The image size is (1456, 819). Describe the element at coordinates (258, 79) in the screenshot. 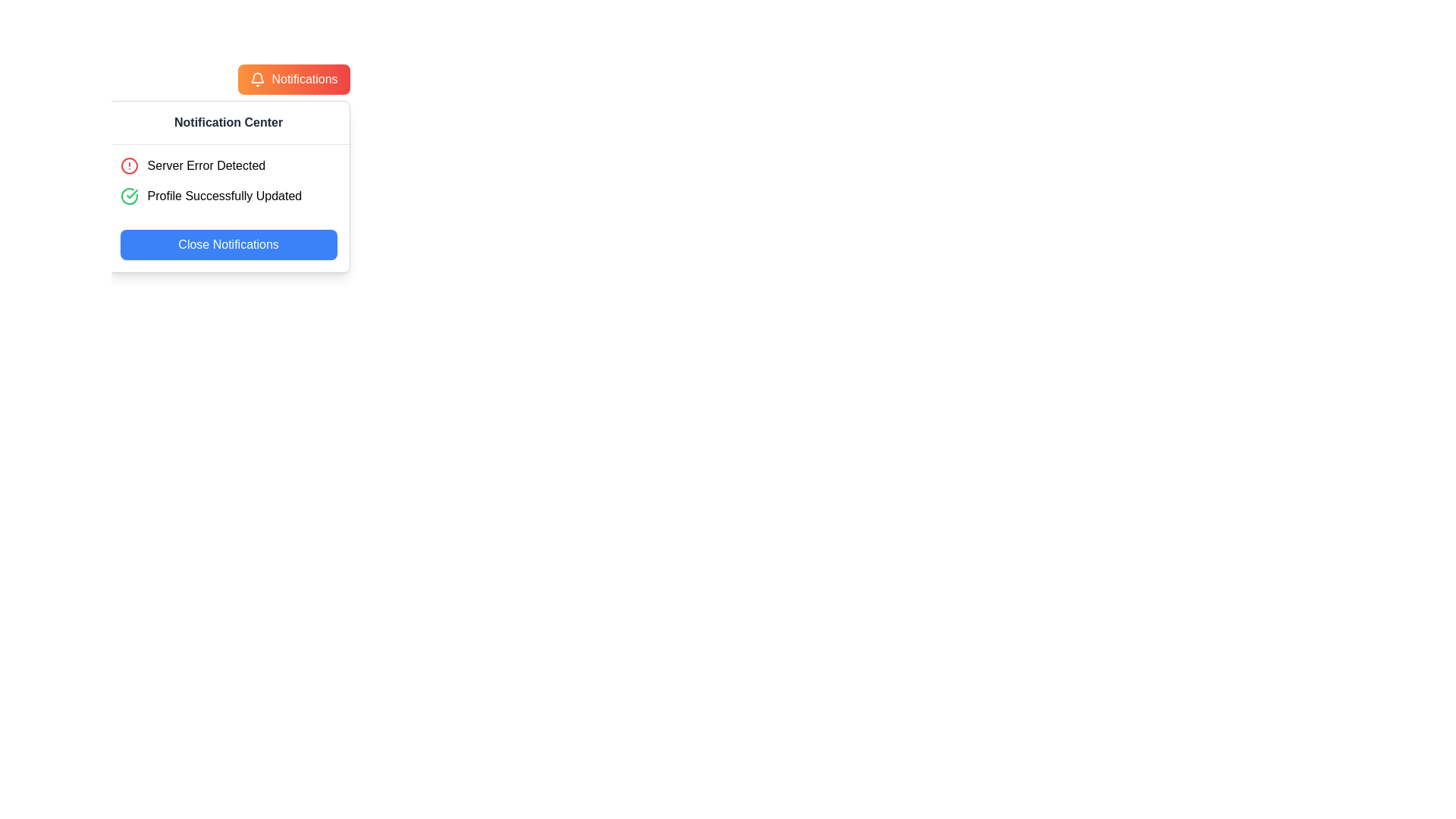

I see `the notification bell icon, which is an SVG graphic with a rounded appearance located to the left of the 'Notifications' button at the top-right corner of the notification panel` at that location.